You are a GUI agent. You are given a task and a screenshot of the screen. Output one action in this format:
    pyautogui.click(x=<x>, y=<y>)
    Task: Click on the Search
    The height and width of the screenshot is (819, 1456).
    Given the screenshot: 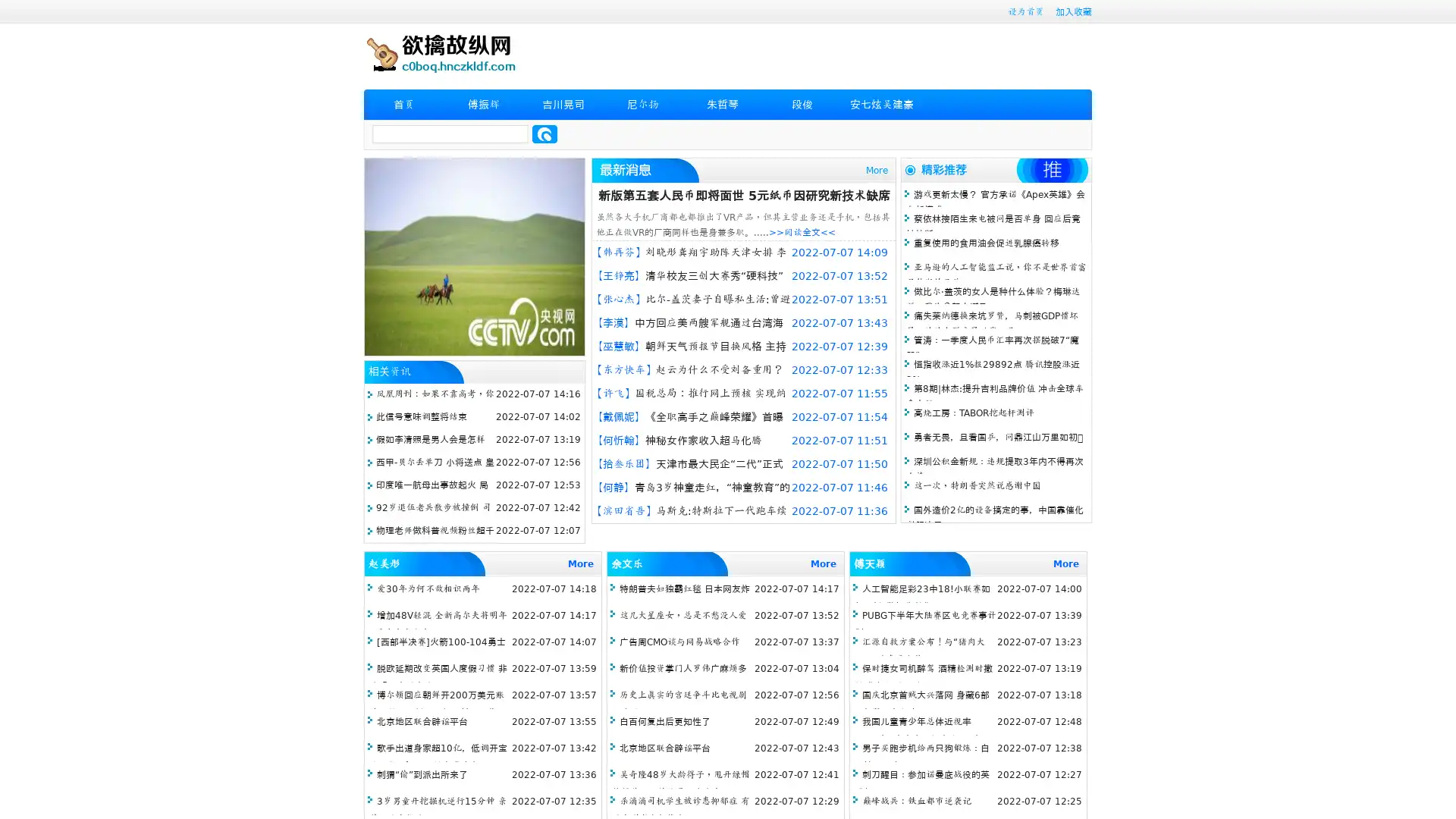 What is the action you would take?
    pyautogui.click(x=544, y=133)
    